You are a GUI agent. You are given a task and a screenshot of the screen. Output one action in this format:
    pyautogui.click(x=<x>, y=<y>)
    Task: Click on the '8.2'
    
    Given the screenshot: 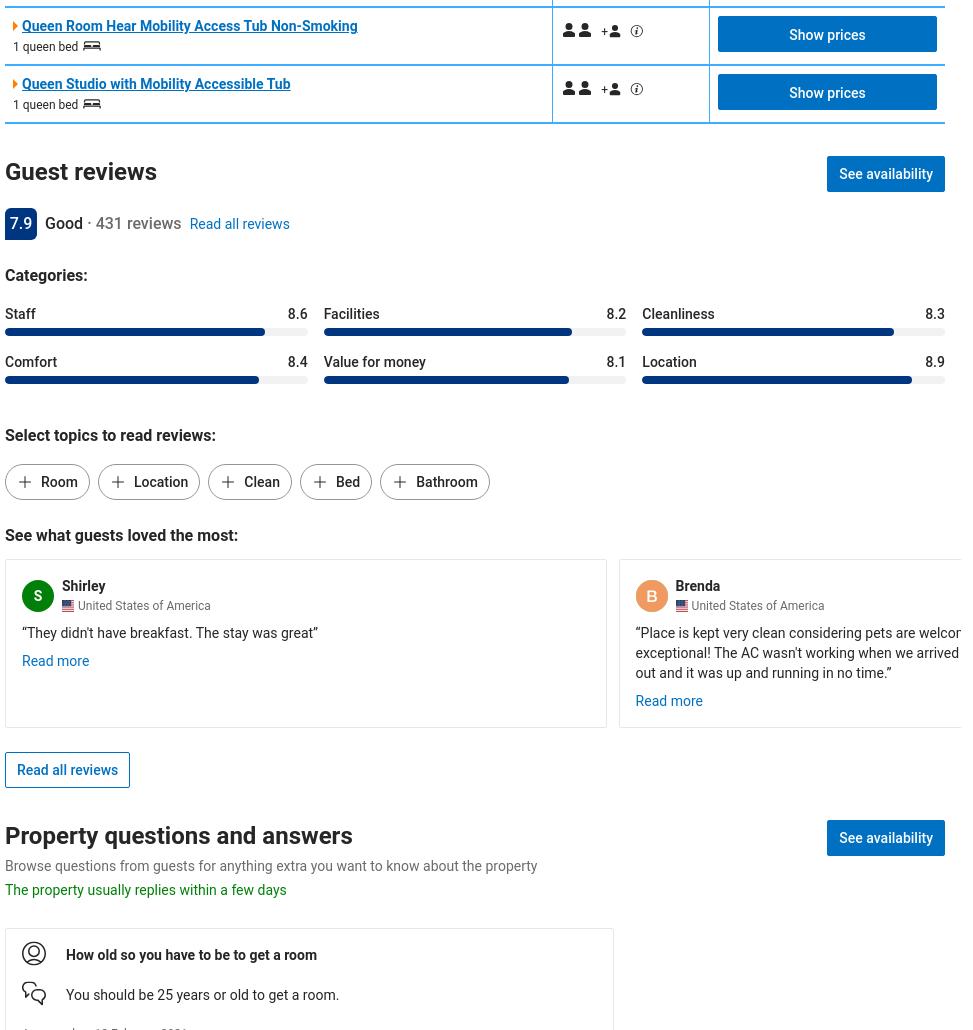 What is the action you would take?
    pyautogui.click(x=616, y=313)
    